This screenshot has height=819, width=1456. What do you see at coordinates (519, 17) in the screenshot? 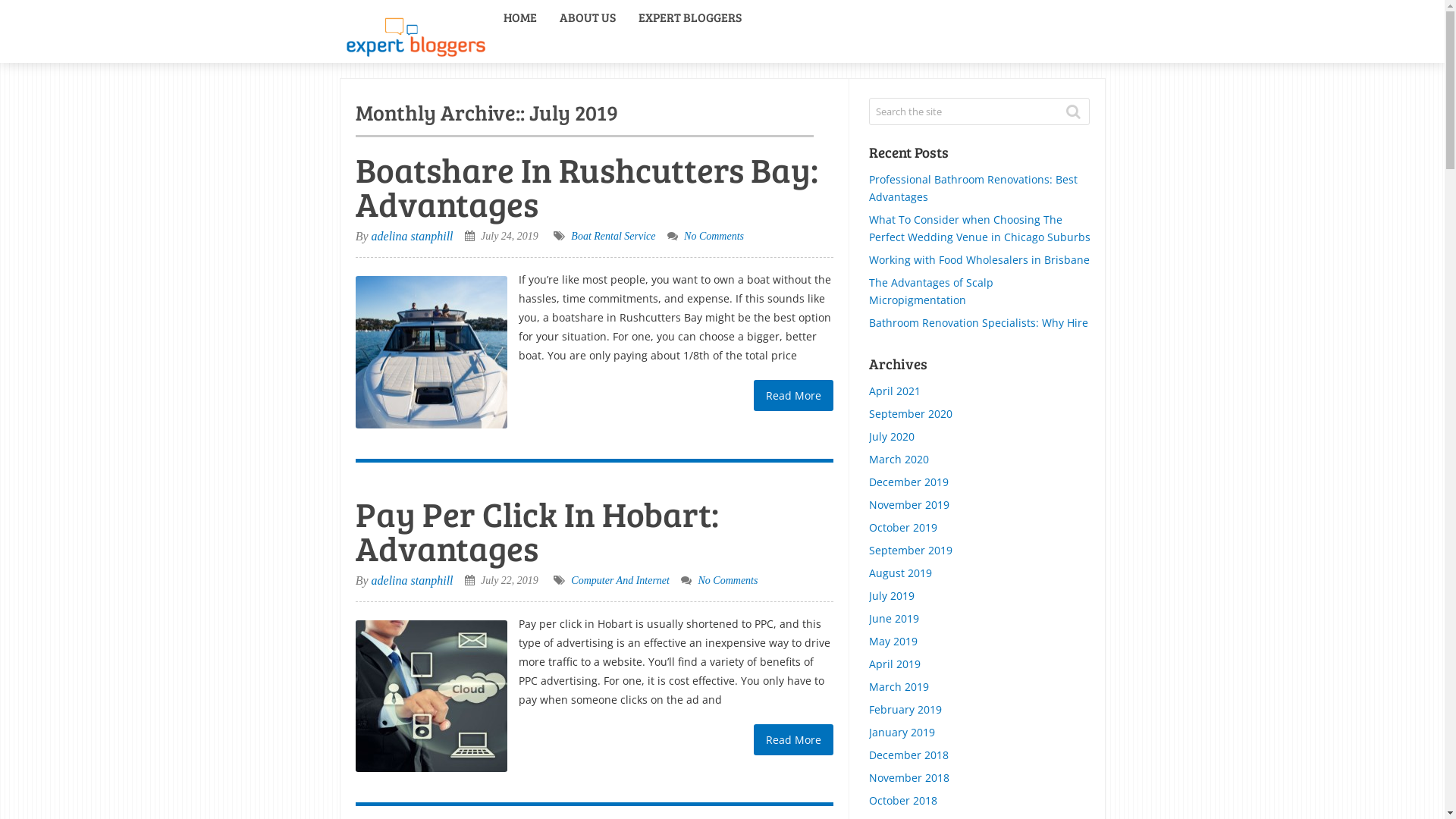
I see `'HOME'` at bounding box center [519, 17].